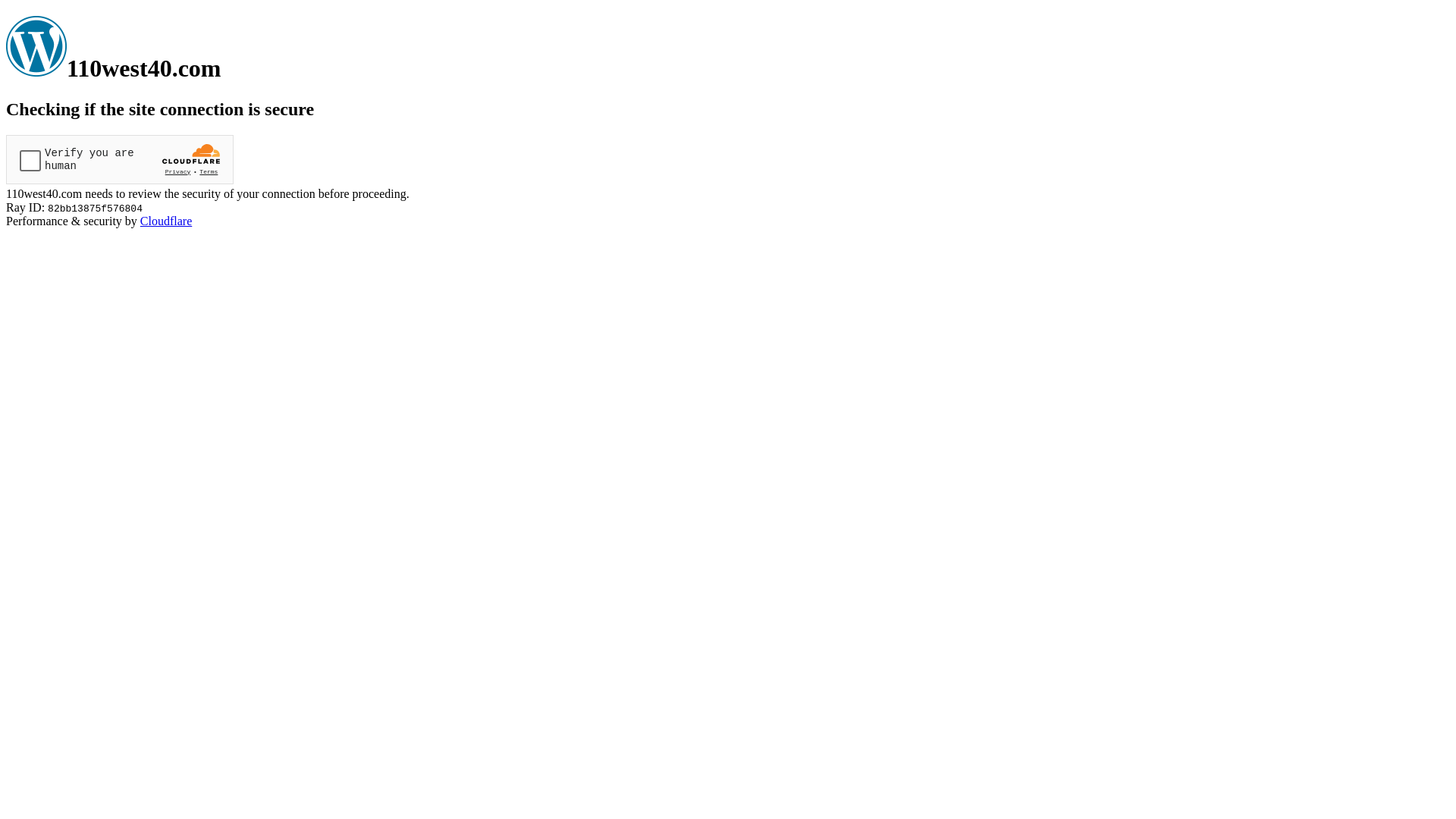  I want to click on 'Widget containing a Cloudflare security challenge', so click(119, 159).